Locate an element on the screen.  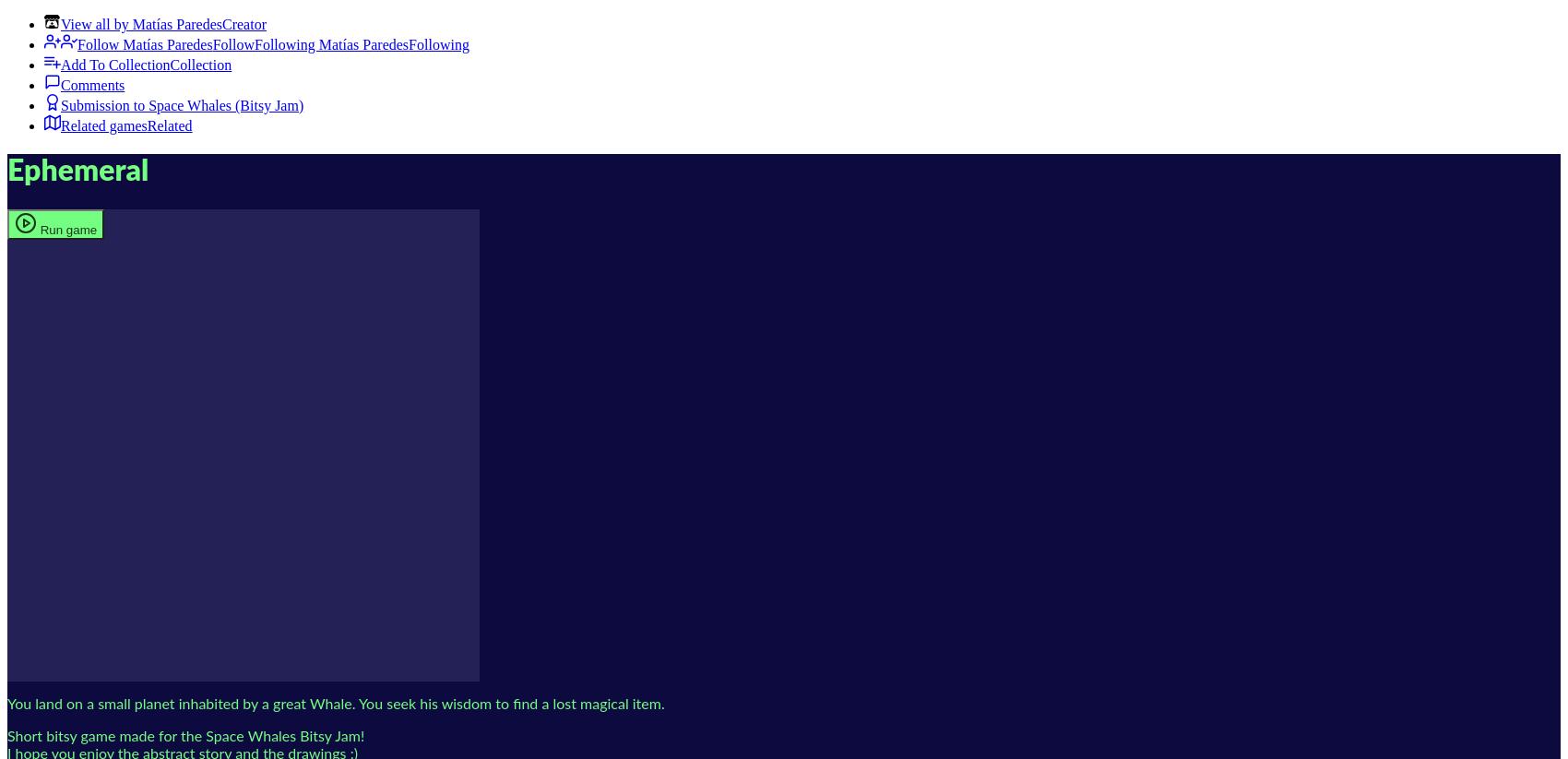
'Follow Matías Paredes' is located at coordinates (144, 44).